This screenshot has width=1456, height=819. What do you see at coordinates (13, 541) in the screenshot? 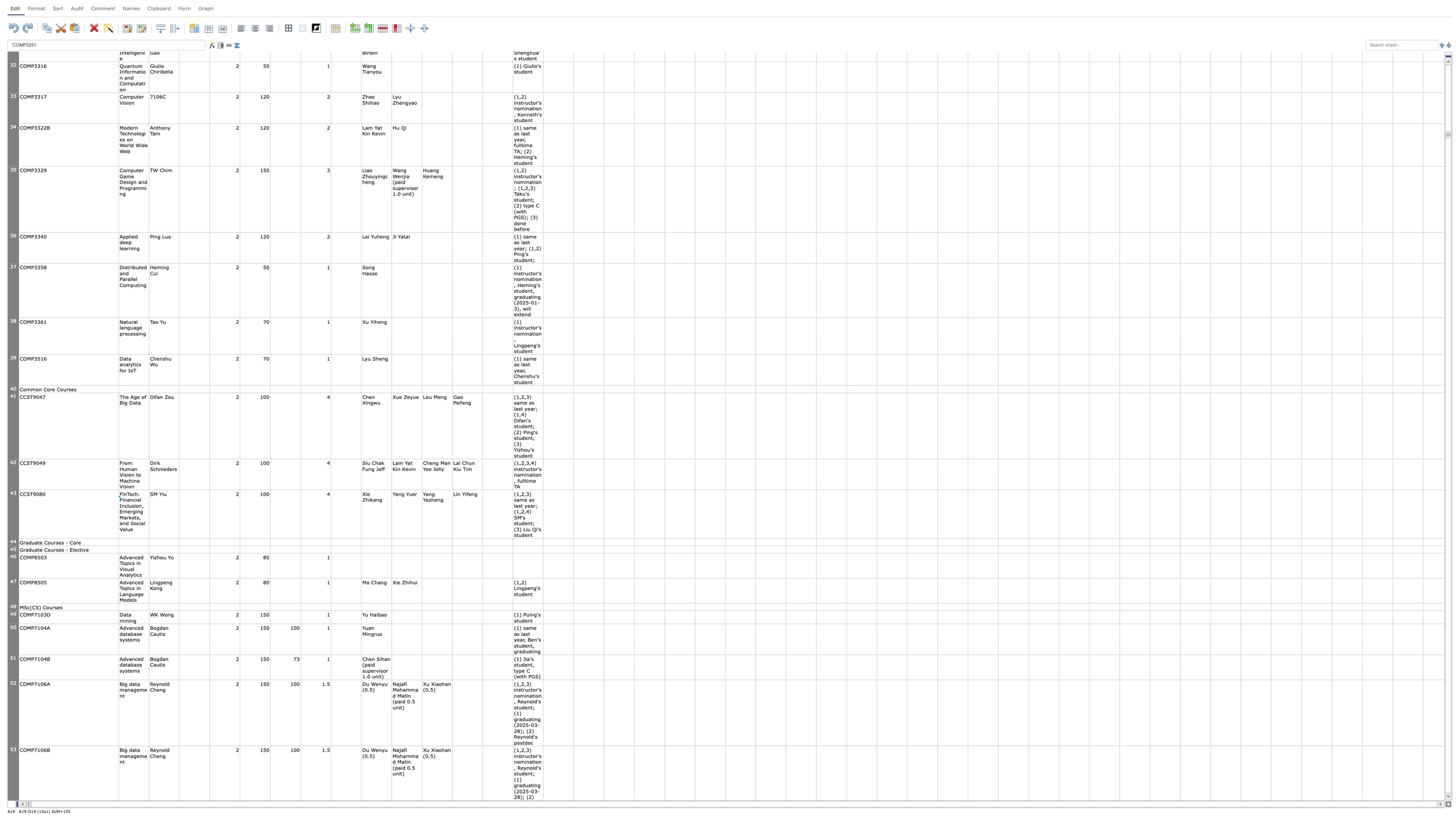
I see `row 44` at bounding box center [13, 541].